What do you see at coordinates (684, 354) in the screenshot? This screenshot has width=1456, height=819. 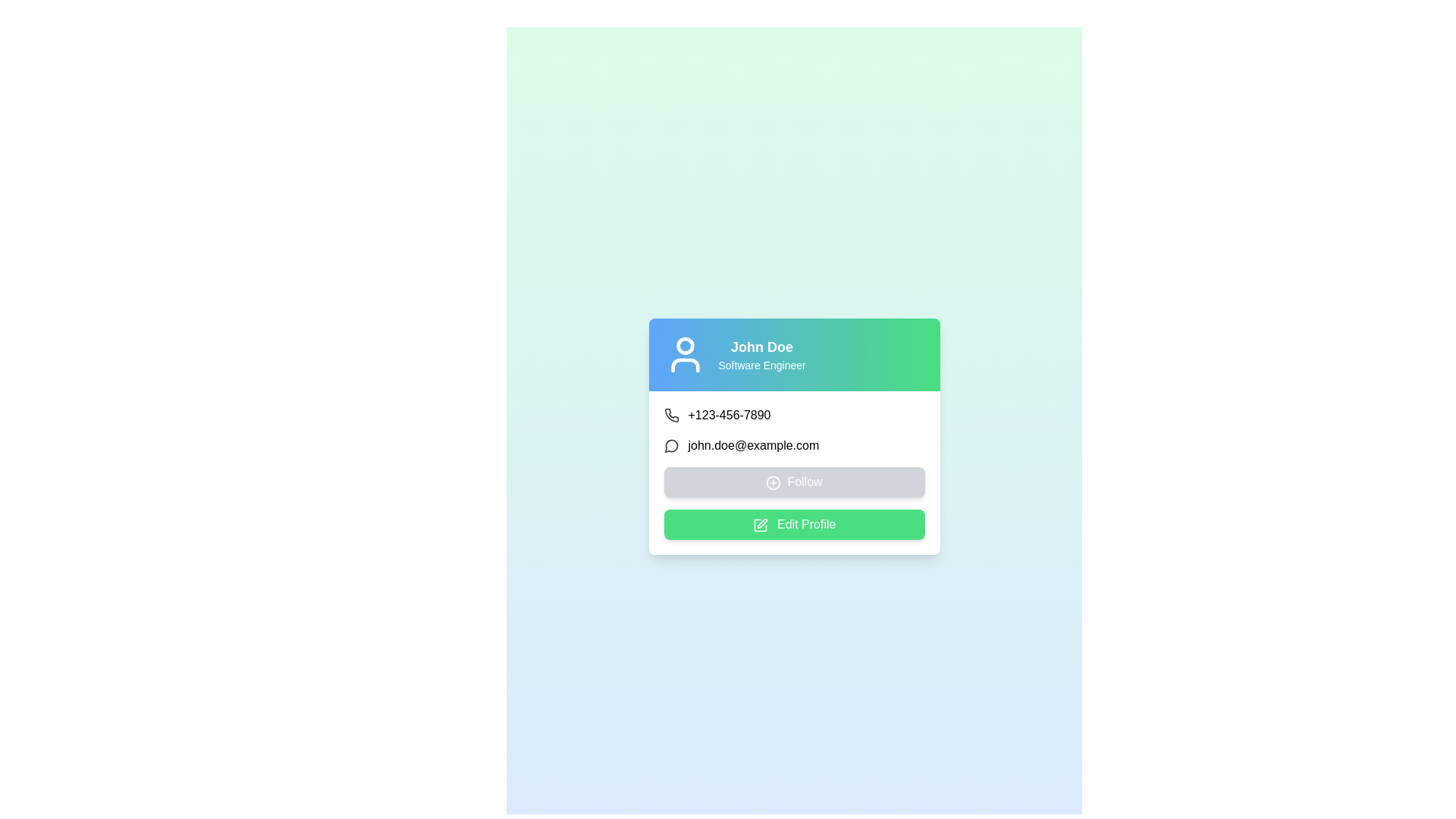 I see `the user profile icon located in the top-left corner of the user information card, to the left of the name 'John Doe'` at bounding box center [684, 354].